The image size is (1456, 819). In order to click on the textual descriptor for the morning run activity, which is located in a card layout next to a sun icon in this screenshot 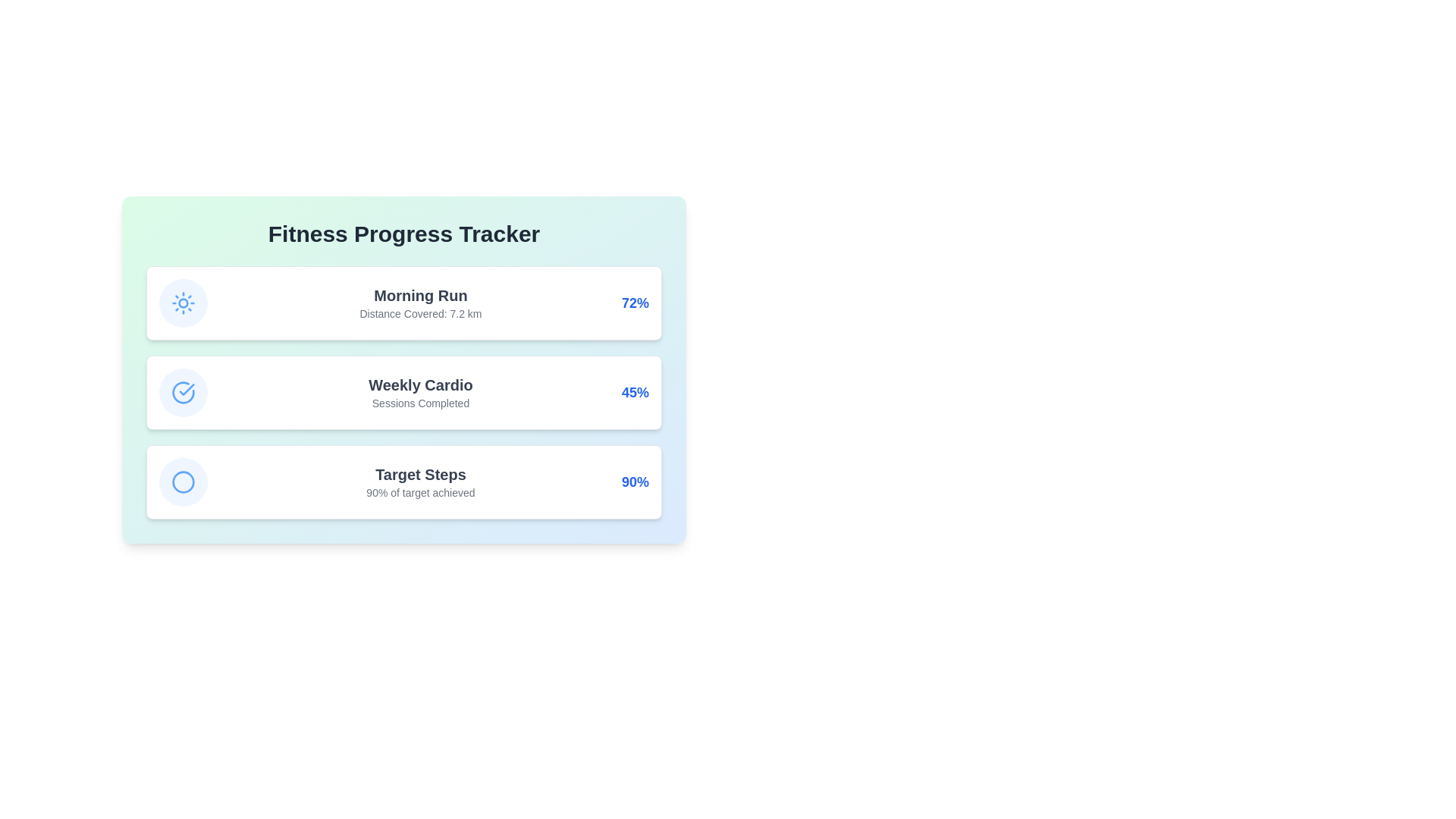, I will do `click(421, 303)`.